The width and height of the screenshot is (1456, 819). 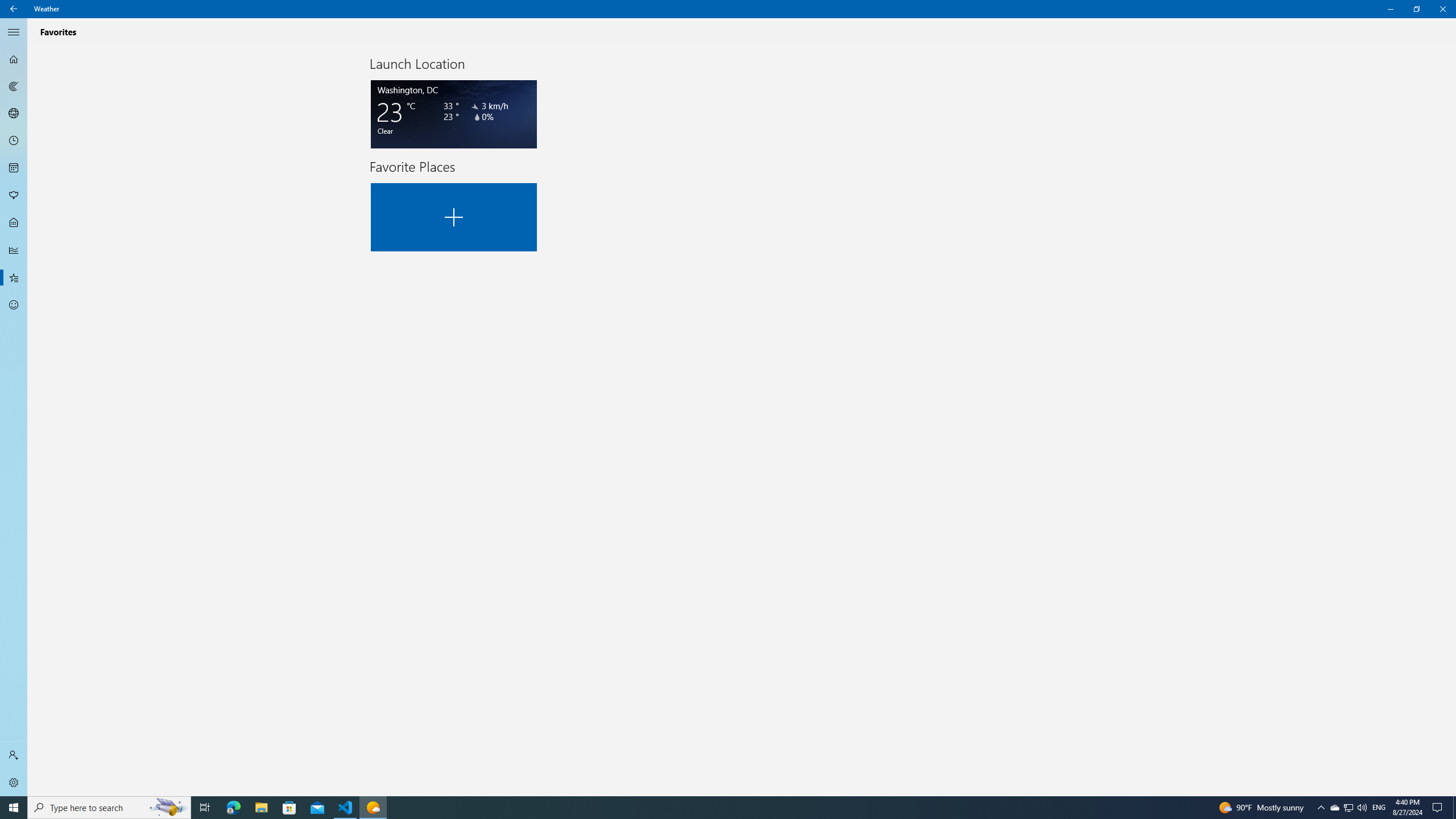 What do you see at coordinates (1379, 806) in the screenshot?
I see `'Tray Input Indicator - English (United States)'` at bounding box center [1379, 806].